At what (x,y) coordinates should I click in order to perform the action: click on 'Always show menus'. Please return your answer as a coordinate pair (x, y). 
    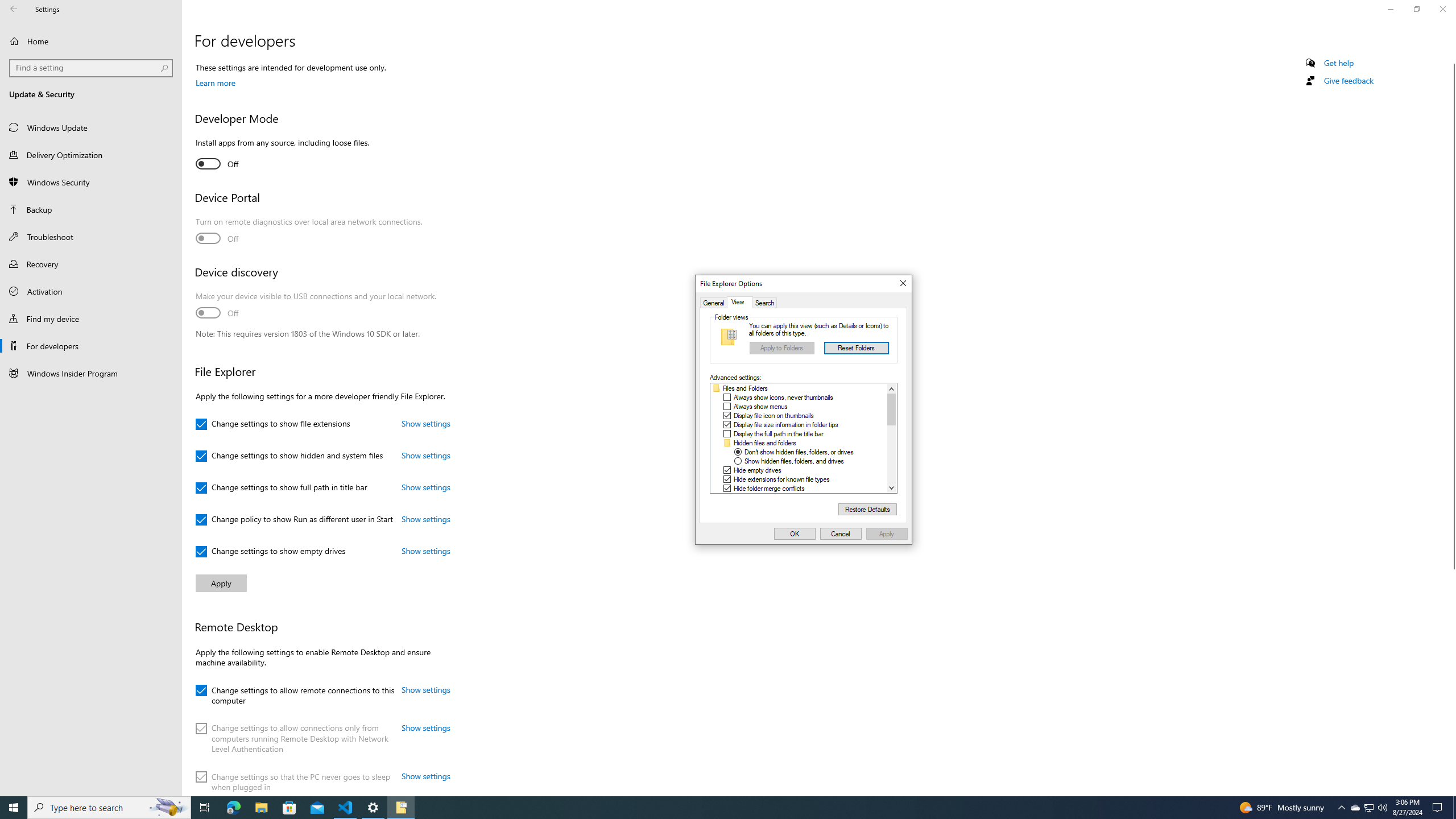
    Looking at the image, I should click on (760, 406).